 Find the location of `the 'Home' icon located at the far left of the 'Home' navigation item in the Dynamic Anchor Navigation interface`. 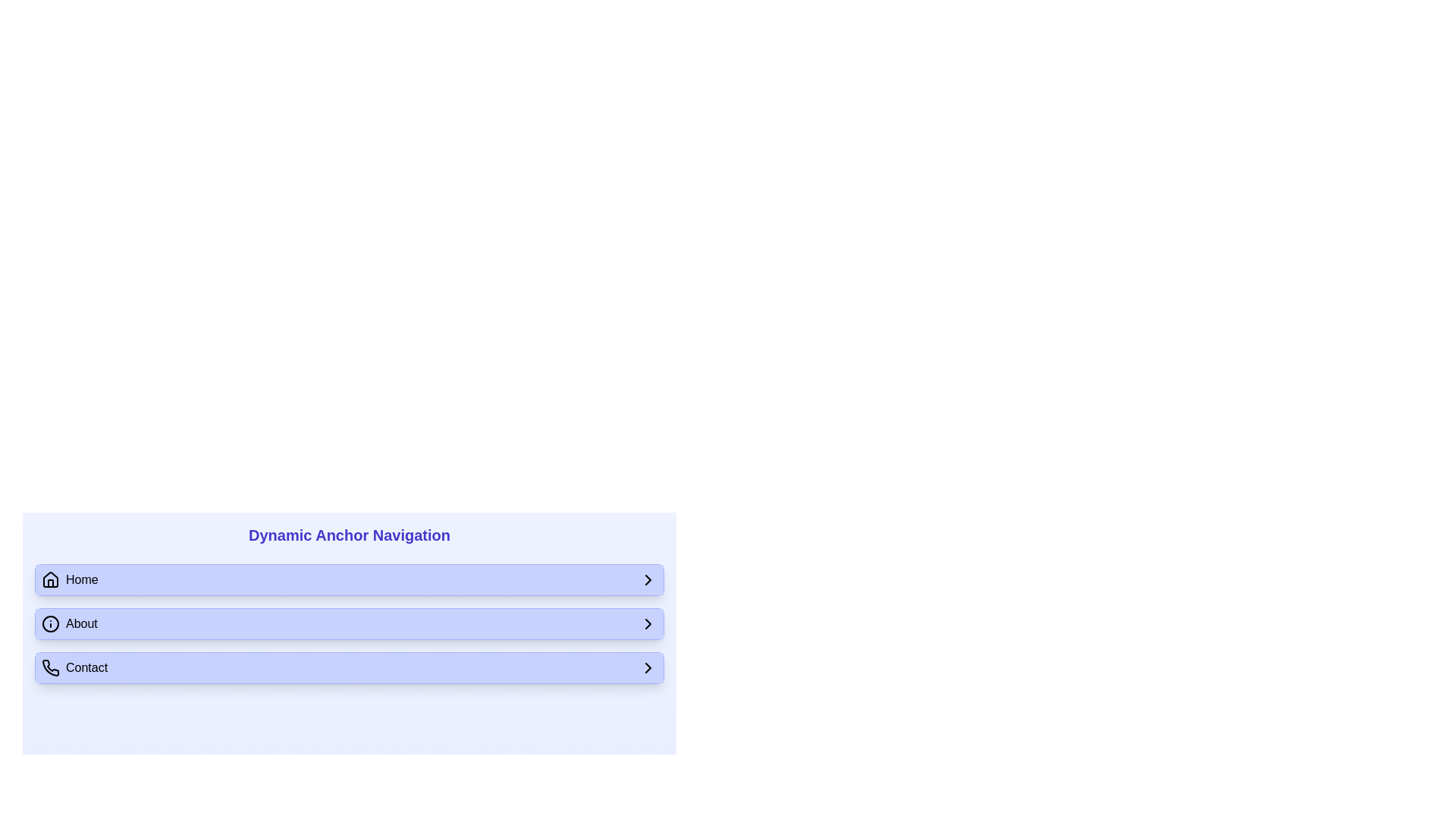

the 'Home' icon located at the far left of the 'Home' navigation item in the Dynamic Anchor Navigation interface is located at coordinates (51, 579).